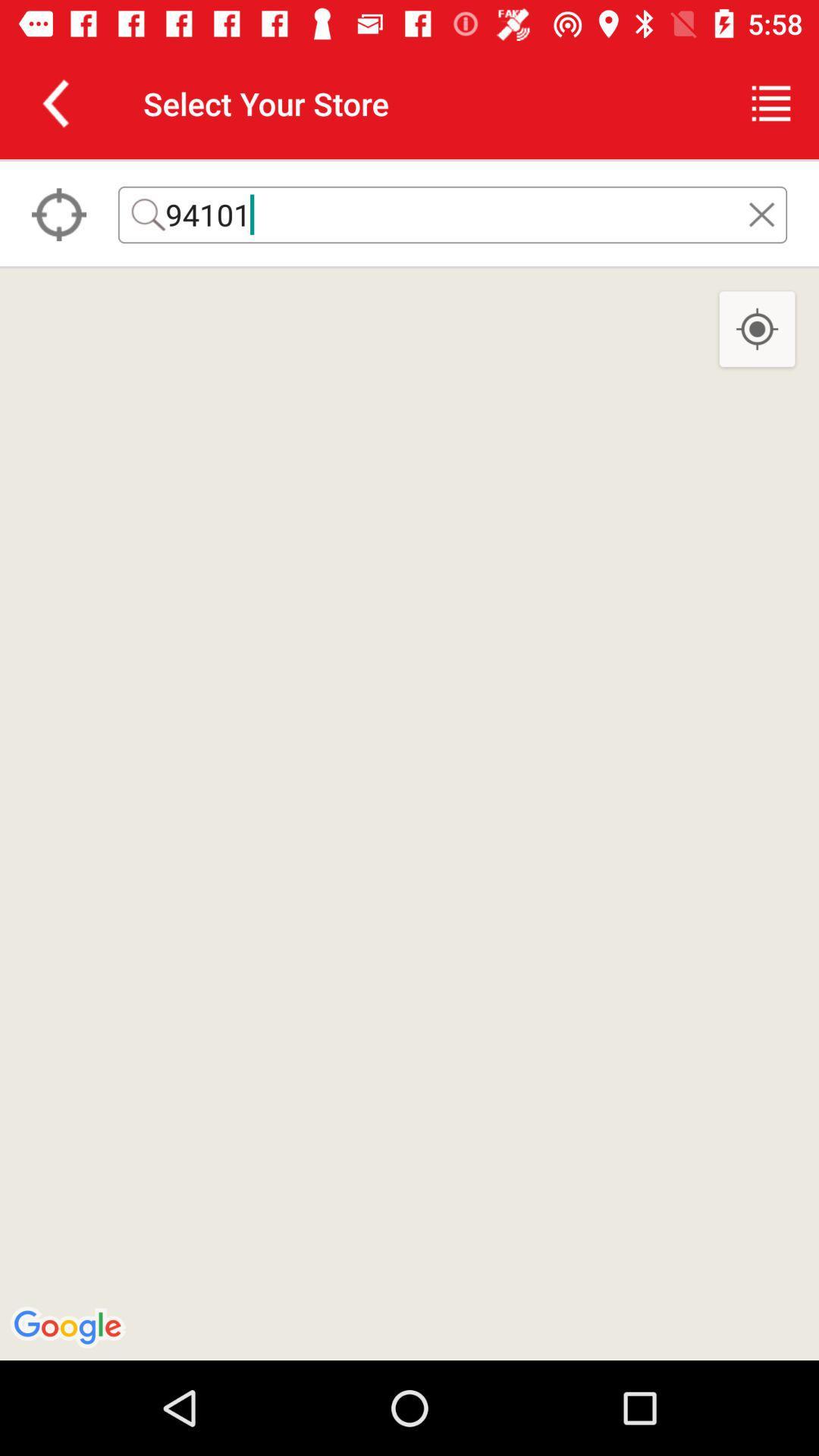 This screenshot has width=819, height=1456. I want to click on the location_crosshair icon, so click(58, 214).